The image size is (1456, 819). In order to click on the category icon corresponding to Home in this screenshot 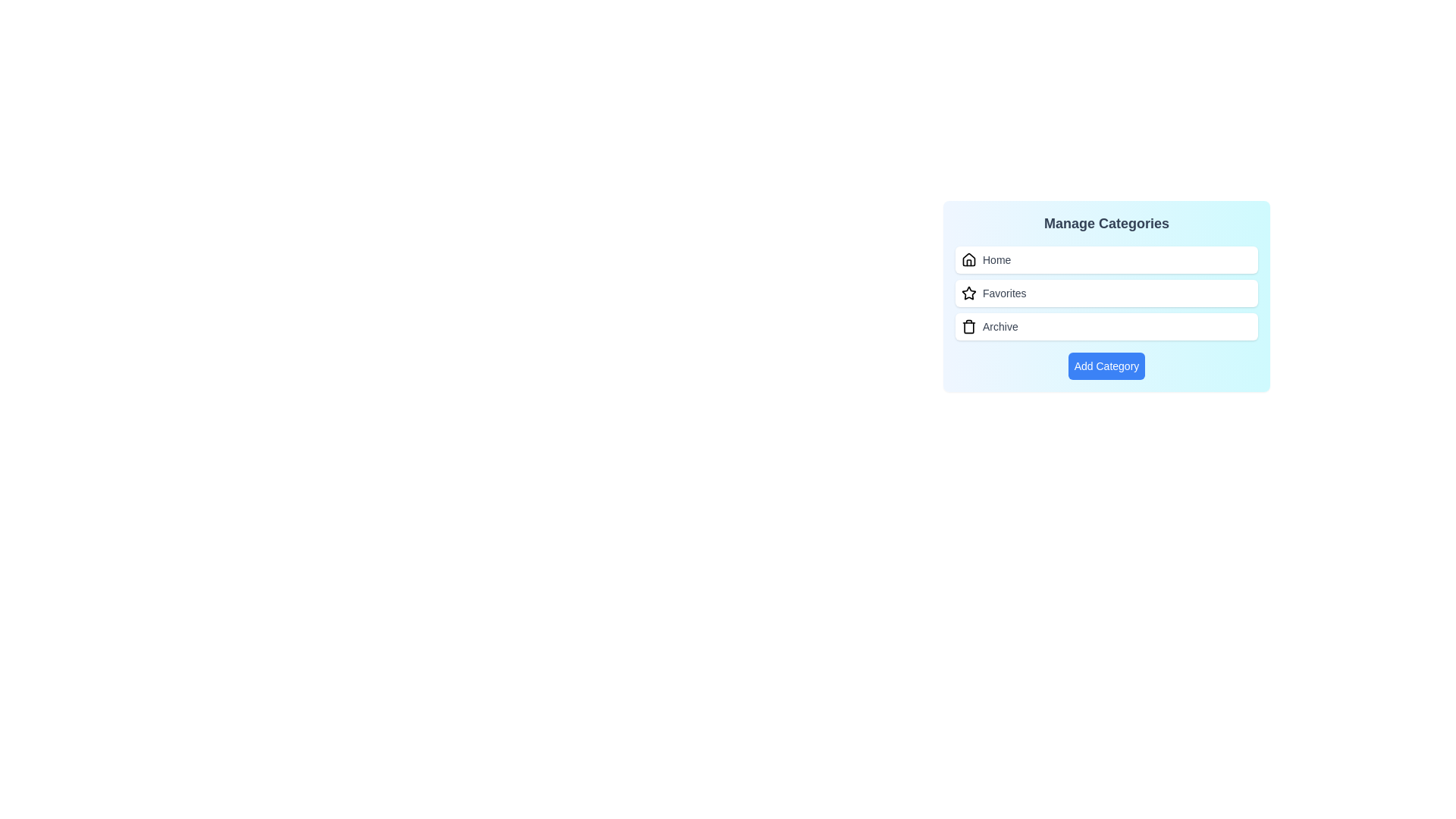, I will do `click(968, 259)`.